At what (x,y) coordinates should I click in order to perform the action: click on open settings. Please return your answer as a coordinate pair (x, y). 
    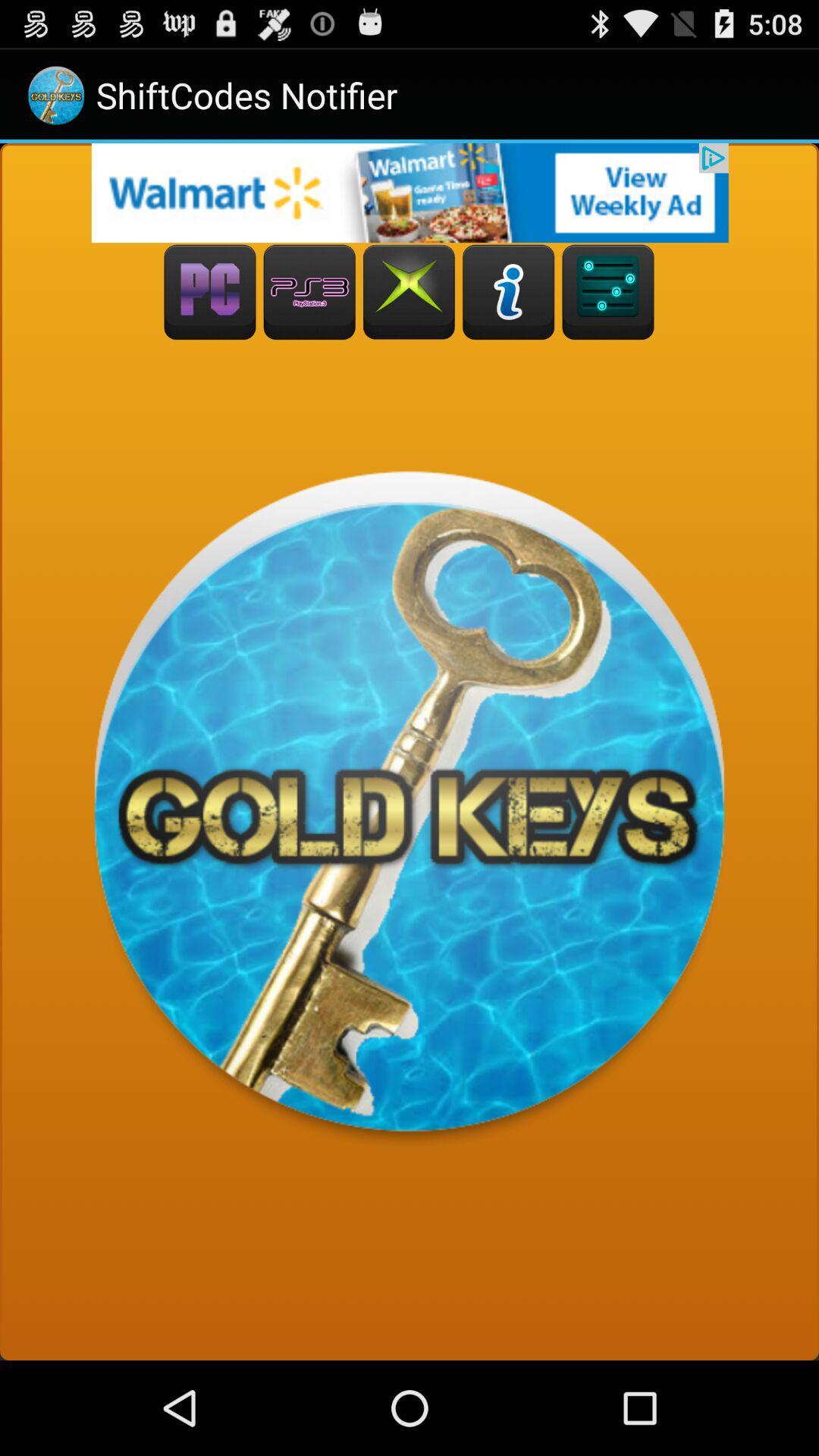
    Looking at the image, I should click on (607, 292).